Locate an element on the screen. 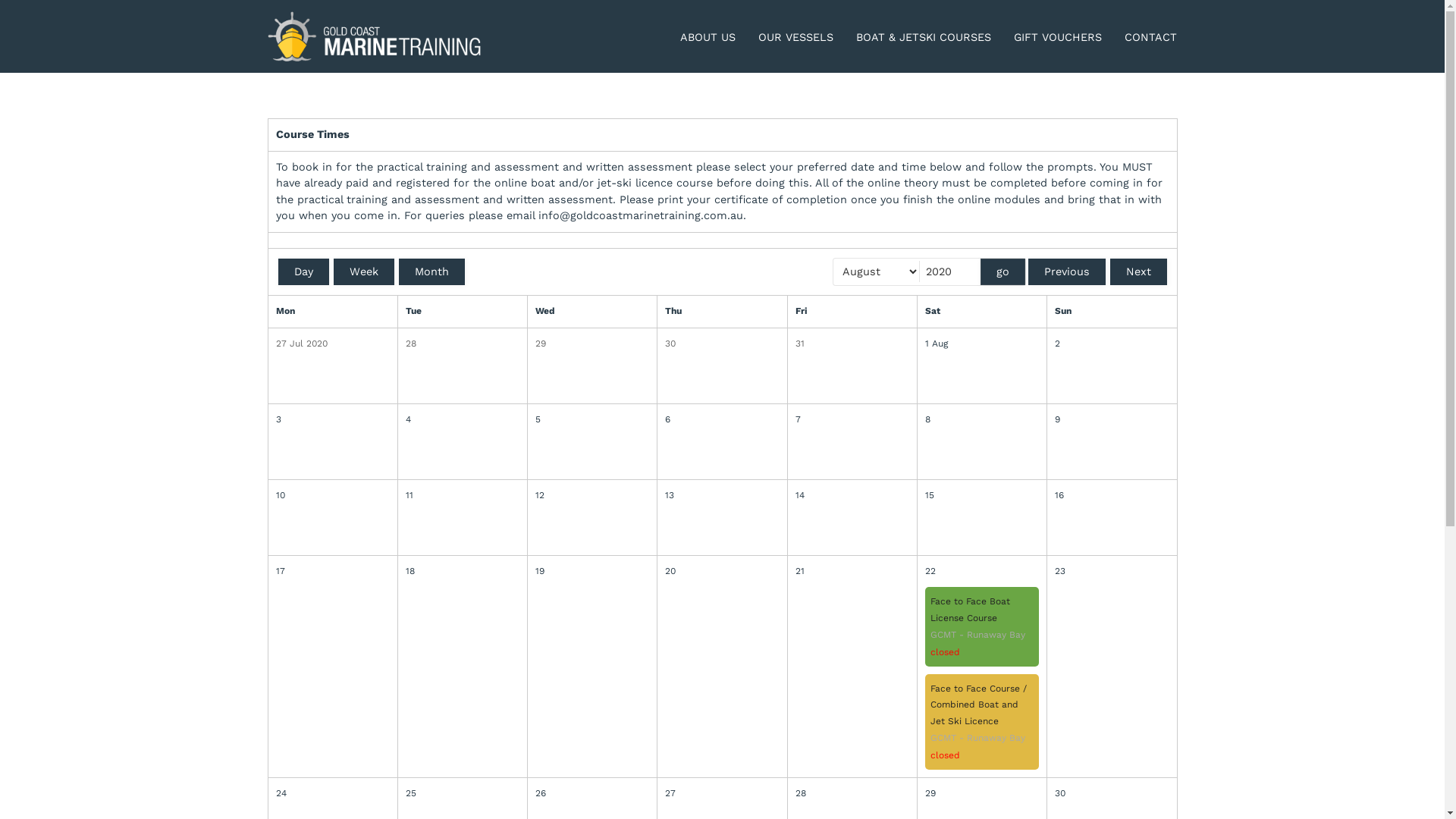  'Week' is located at coordinates (364, 271).